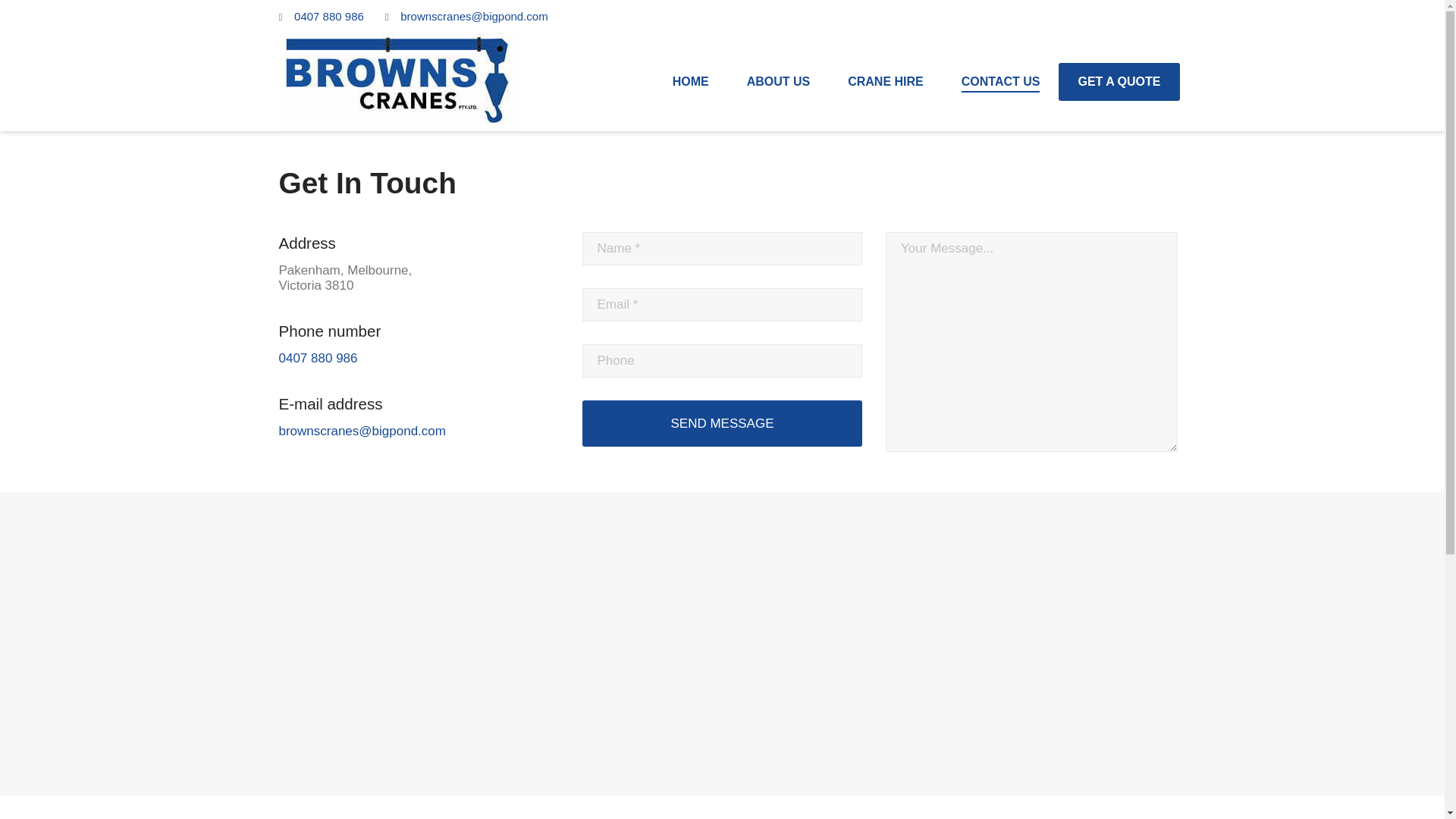 This screenshot has height=819, width=1456. What do you see at coordinates (885, 82) in the screenshot?
I see `'CRANE HIRE'` at bounding box center [885, 82].